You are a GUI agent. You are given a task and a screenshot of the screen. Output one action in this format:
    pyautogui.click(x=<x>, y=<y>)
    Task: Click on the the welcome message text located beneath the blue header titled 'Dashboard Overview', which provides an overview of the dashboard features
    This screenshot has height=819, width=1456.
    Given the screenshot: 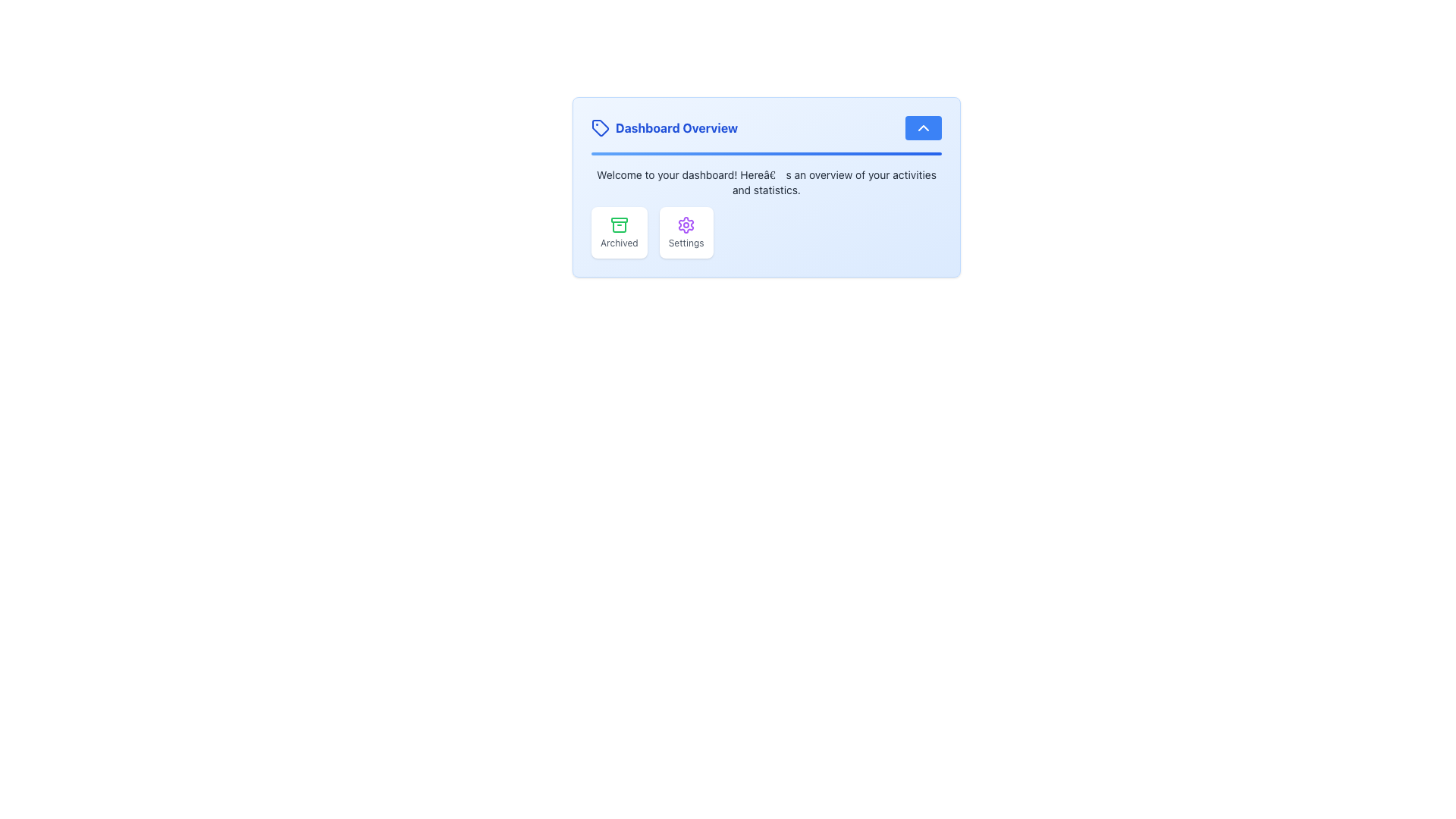 What is the action you would take?
    pyautogui.click(x=767, y=181)
    